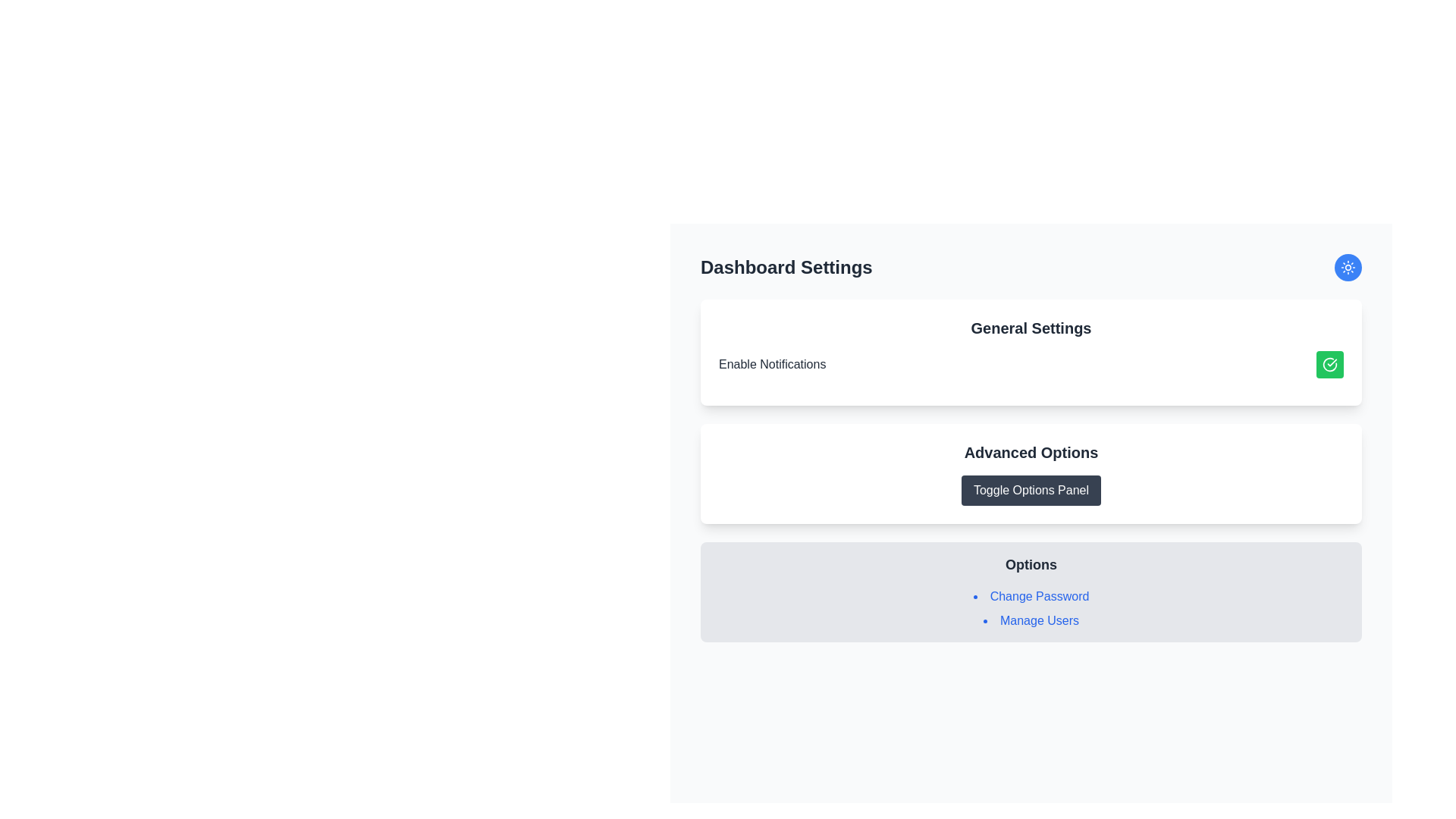 Image resolution: width=1456 pixels, height=819 pixels. What do you see at coordinates (1030, 491) in the screenshot?
I see `the 'Toggle Options Panel' button, which is a rectangular button with a dark gray background and white text, located in the 'Advanced Options' section of the interface` at bounding box center [1030, 491].